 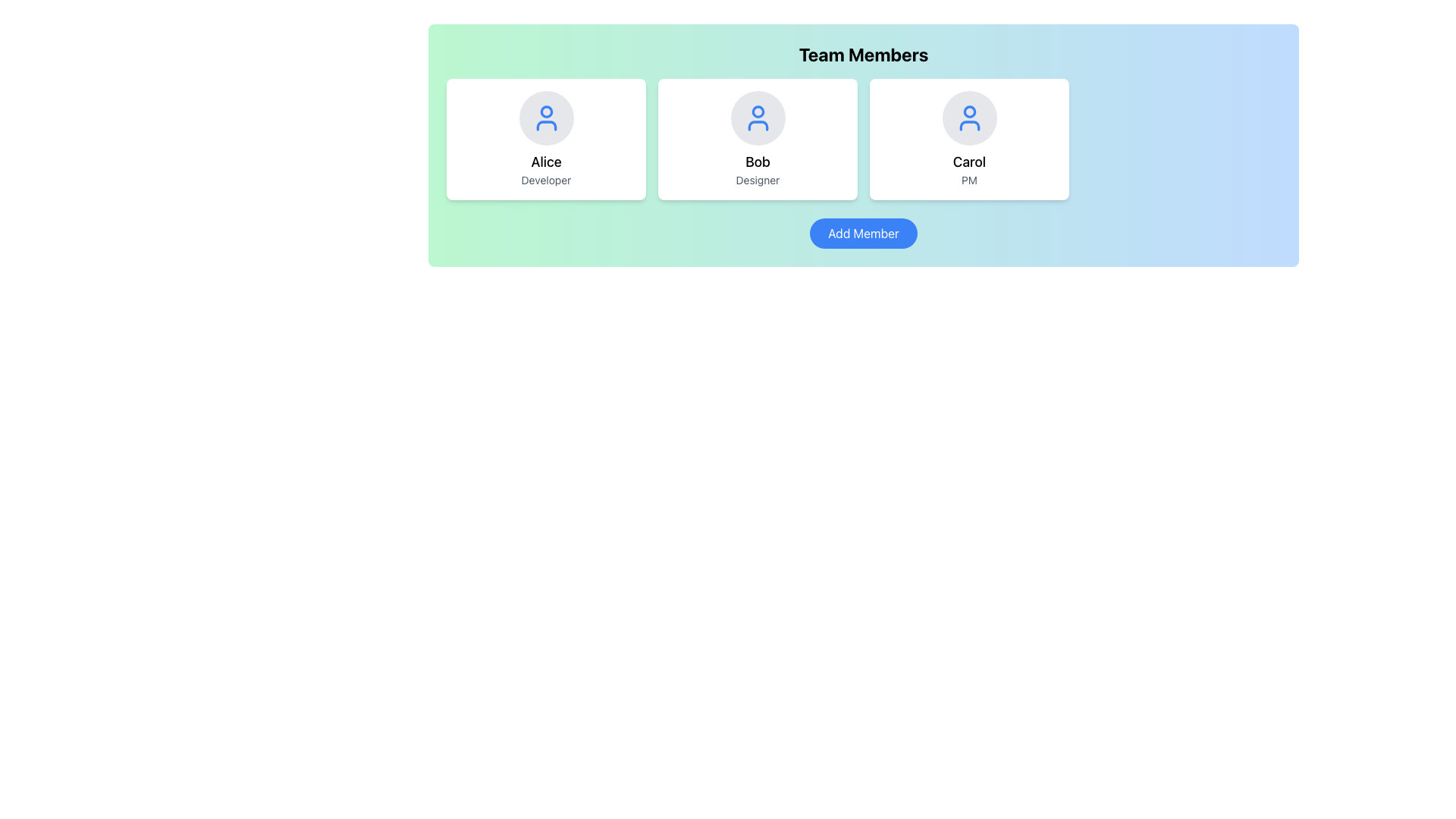 I want to click on the User Icon, which is a blue-stroked silhouette of a person in a light gray circular background, located in the card labeled 'Carol PM' in the third column of team member cards, so click(x=968, y=117).